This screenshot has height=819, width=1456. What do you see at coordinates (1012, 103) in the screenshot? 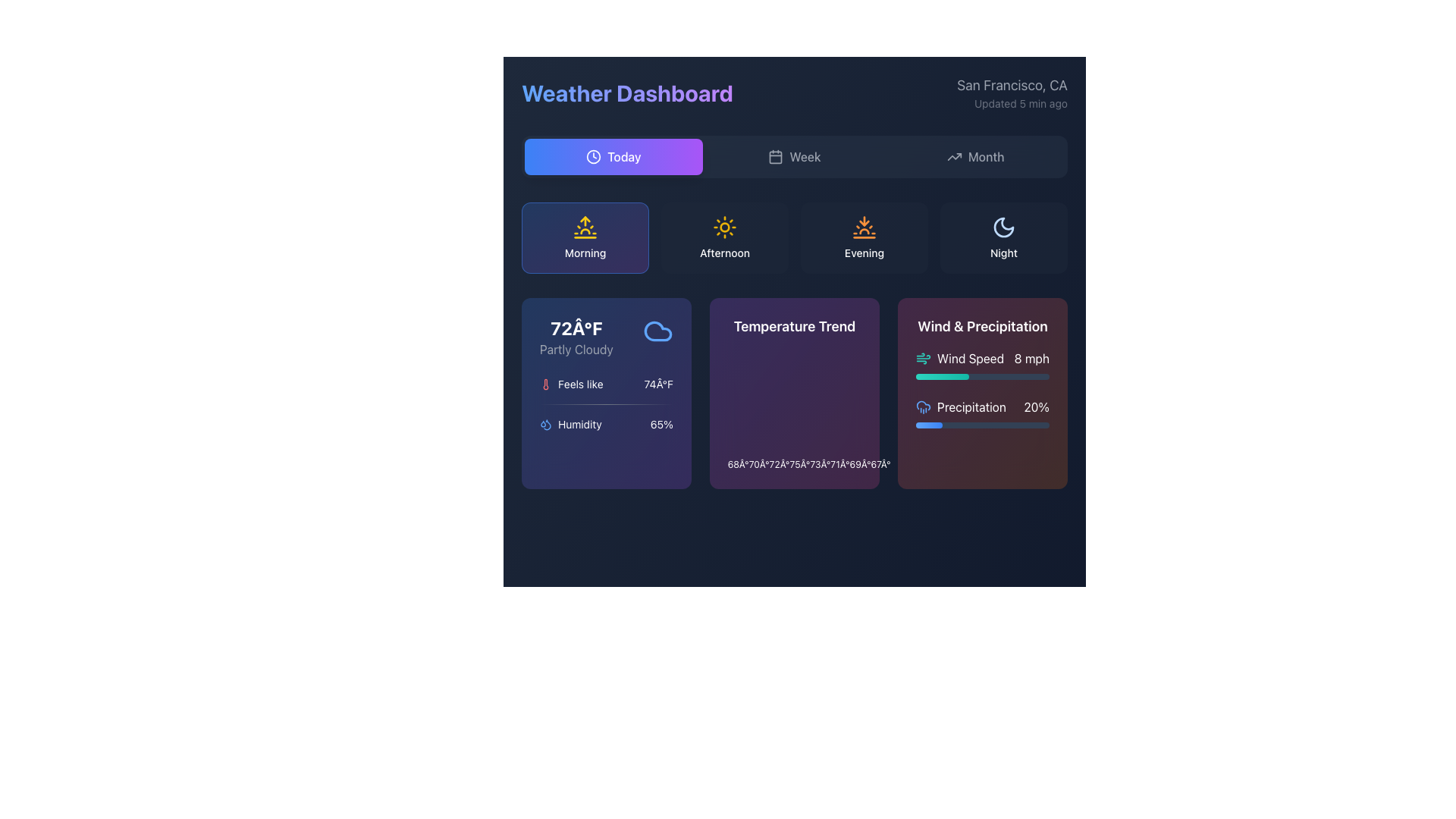
I see `the Text Label displaying the latest update timestamp, which is positioned directly underneath the 'San Francisco, CA' text in the upper-right corner of the interface` at bounding box center [1012, 103].